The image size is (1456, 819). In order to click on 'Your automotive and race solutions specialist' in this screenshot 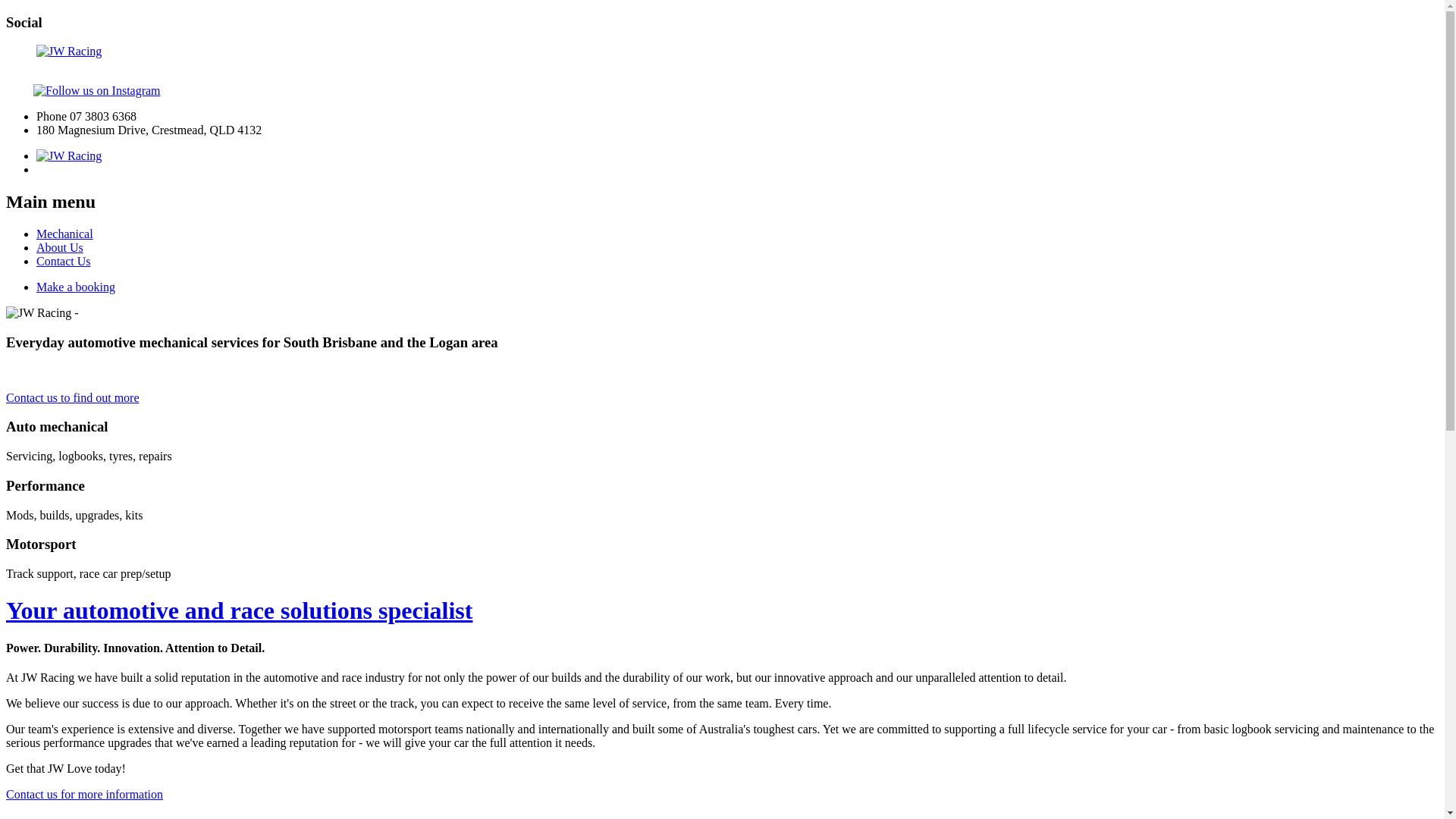, I will do `click(238, 610)`.